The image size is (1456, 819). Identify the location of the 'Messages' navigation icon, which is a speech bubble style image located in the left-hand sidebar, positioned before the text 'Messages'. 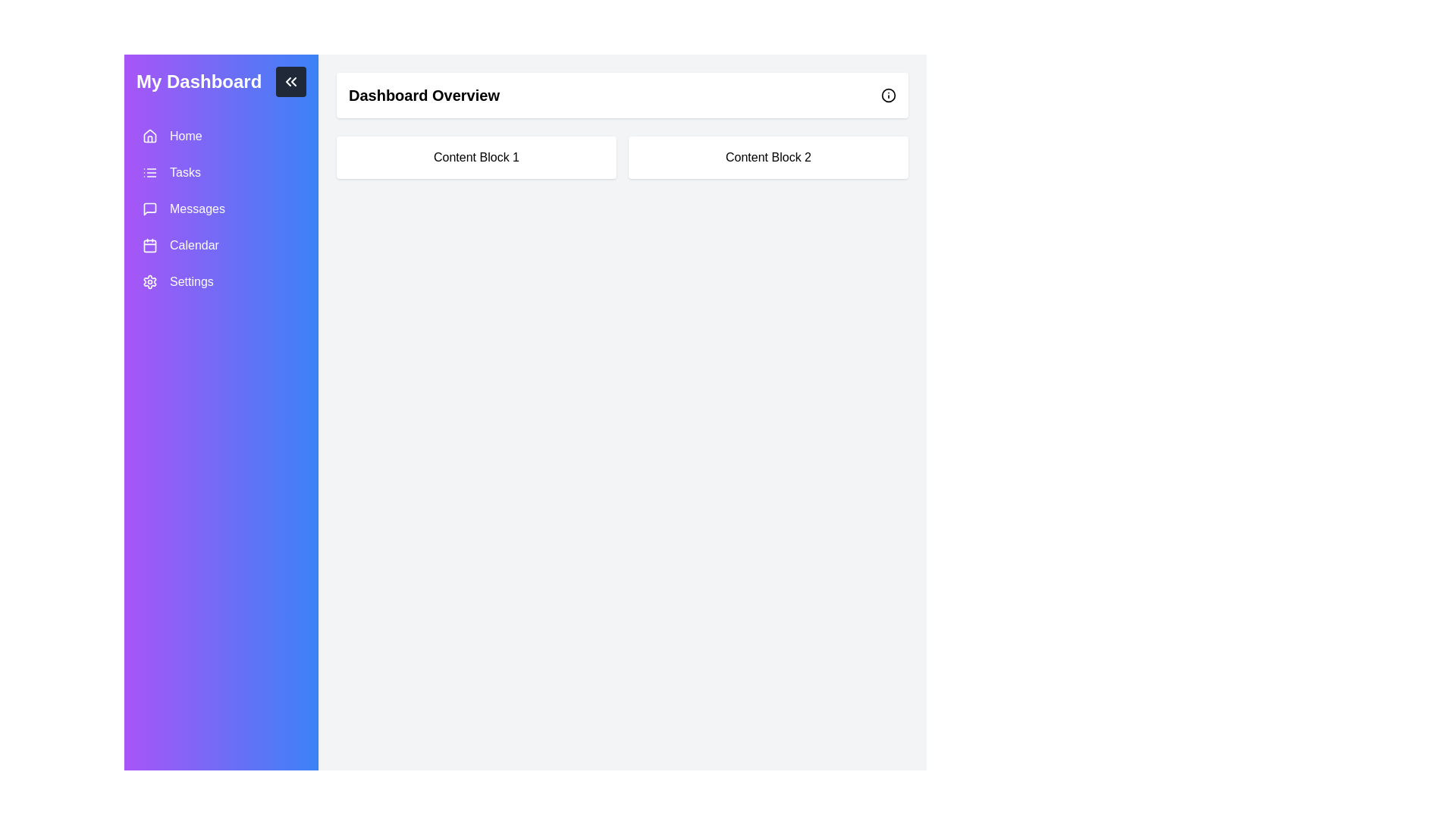
(149, 209).